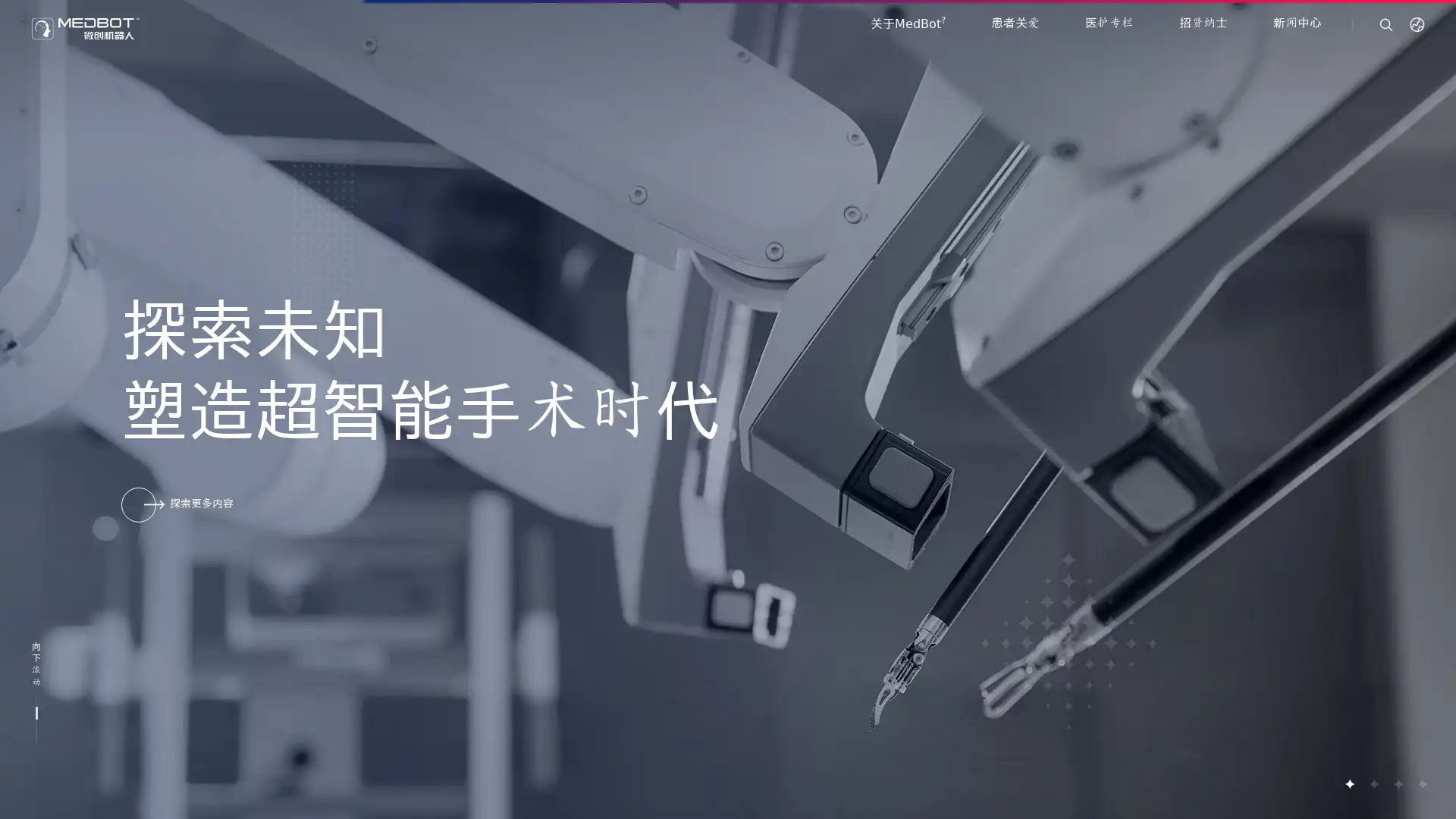  Describe the element at coordinates (1373, 783) in the screenshot. I see `Go to slide 2` at that location.